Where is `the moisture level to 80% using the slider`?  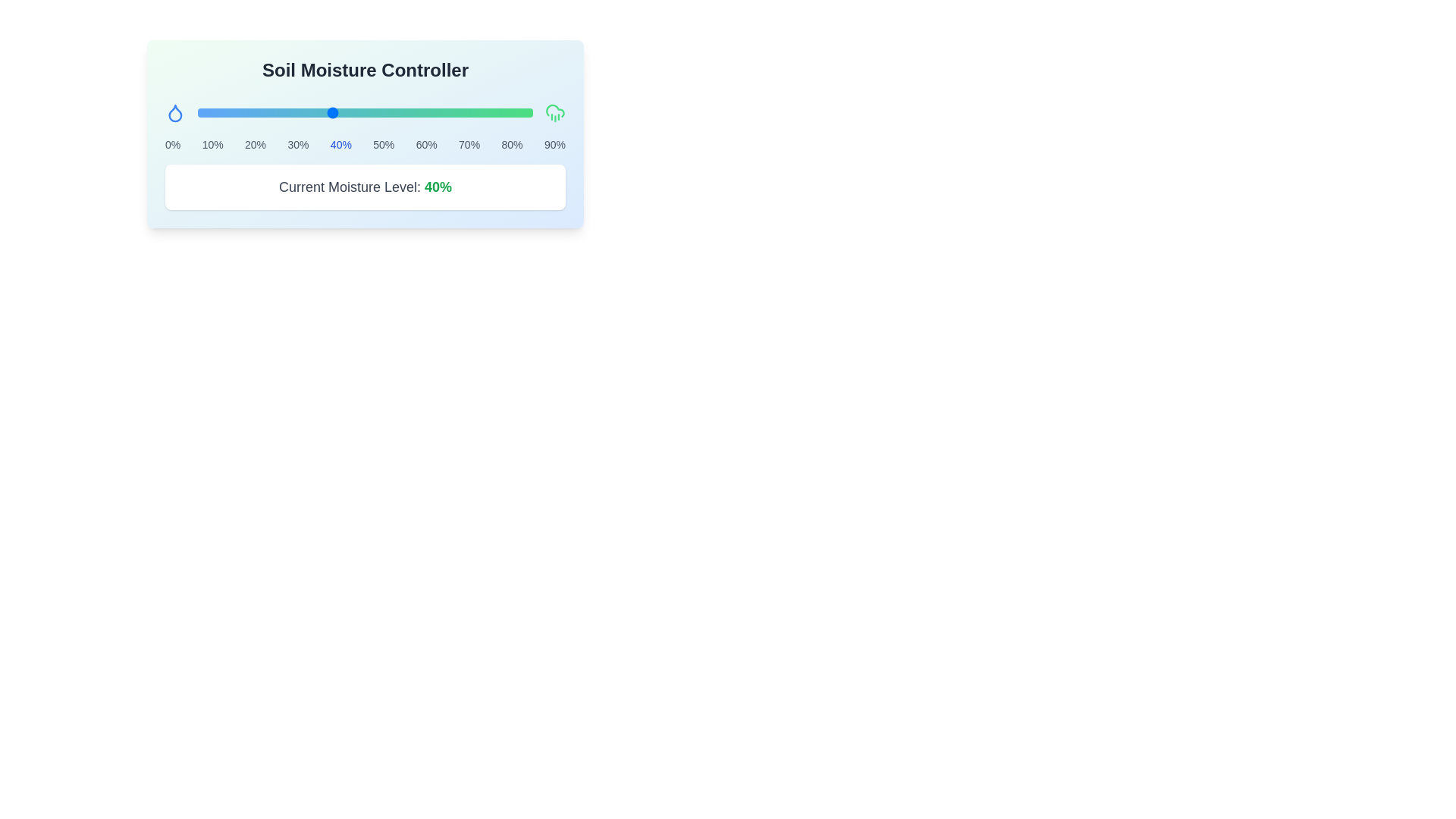 the moisture level to 80% using the slider is located at coordinates (465, 112).